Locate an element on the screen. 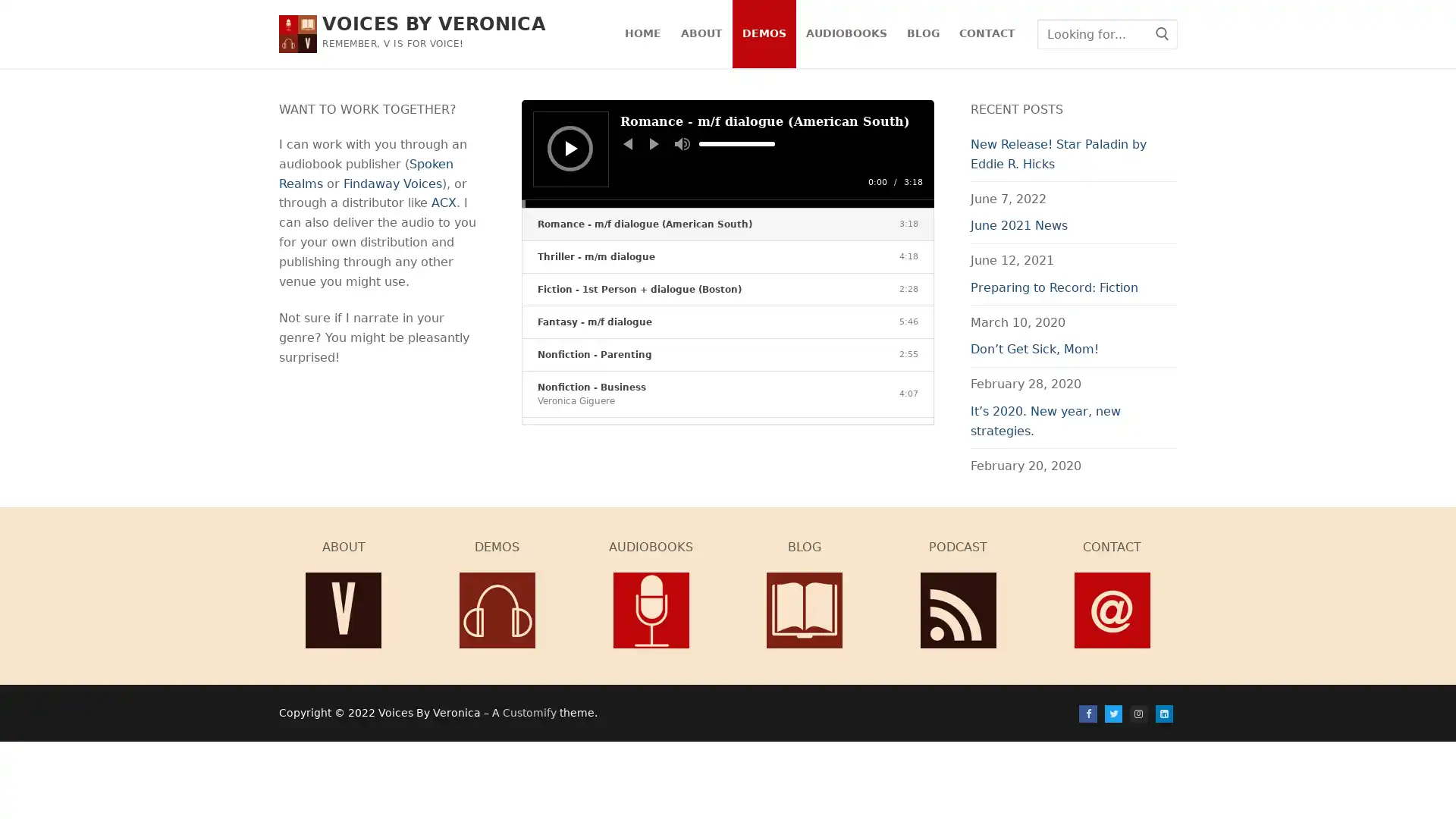 The height and width of the screenshot is (819, 1456). Next Track is located at coordinates (654, 143).